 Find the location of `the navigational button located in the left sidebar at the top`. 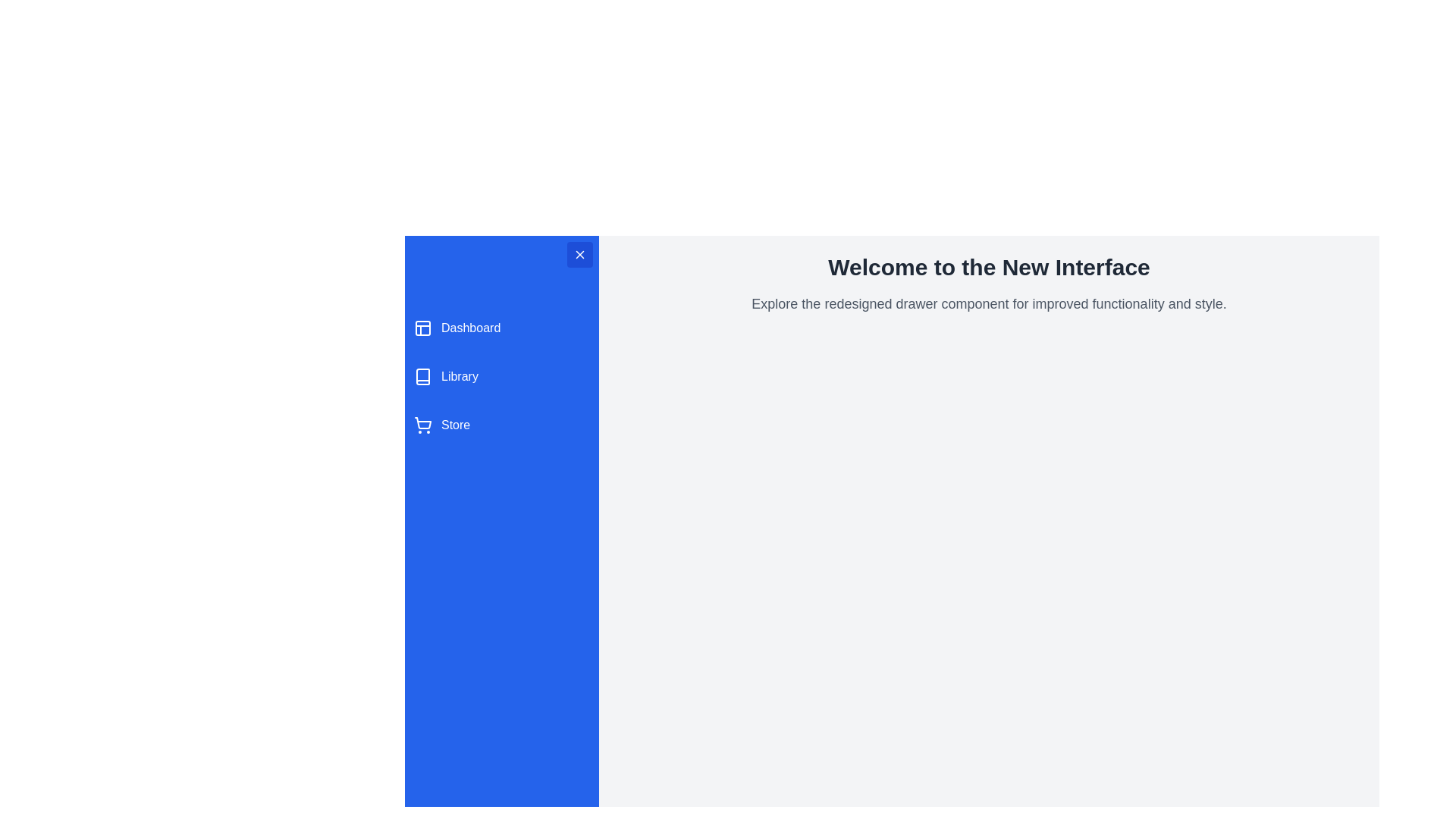

the navigational button located in the left sidebar at the top is located at coordinates (502, 327).